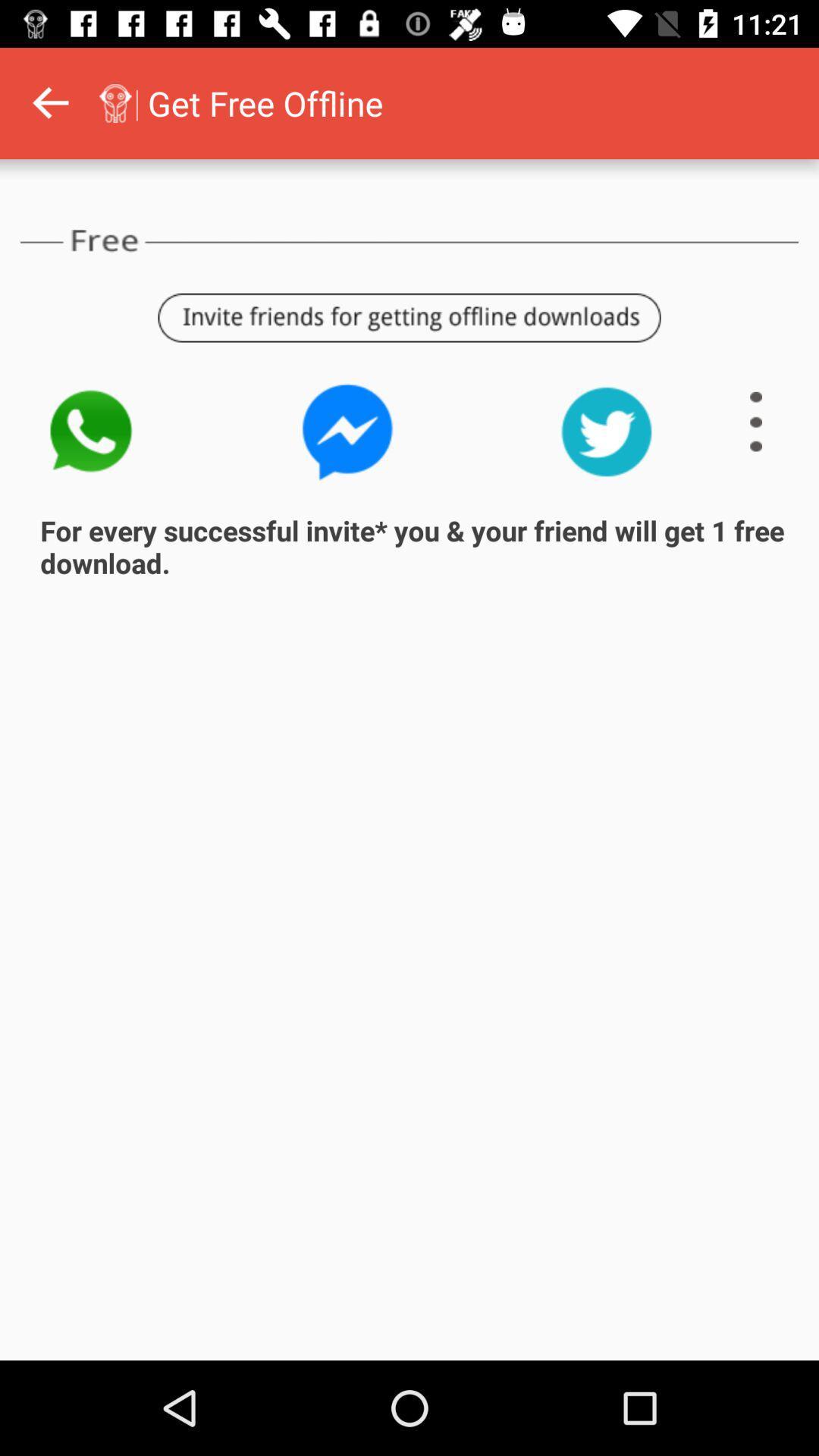 This screenshot has width=819, height=1456. What do you see at coordinates (49, 102) in the screenshot?
I see `go back` at bounding box center [49, 102].